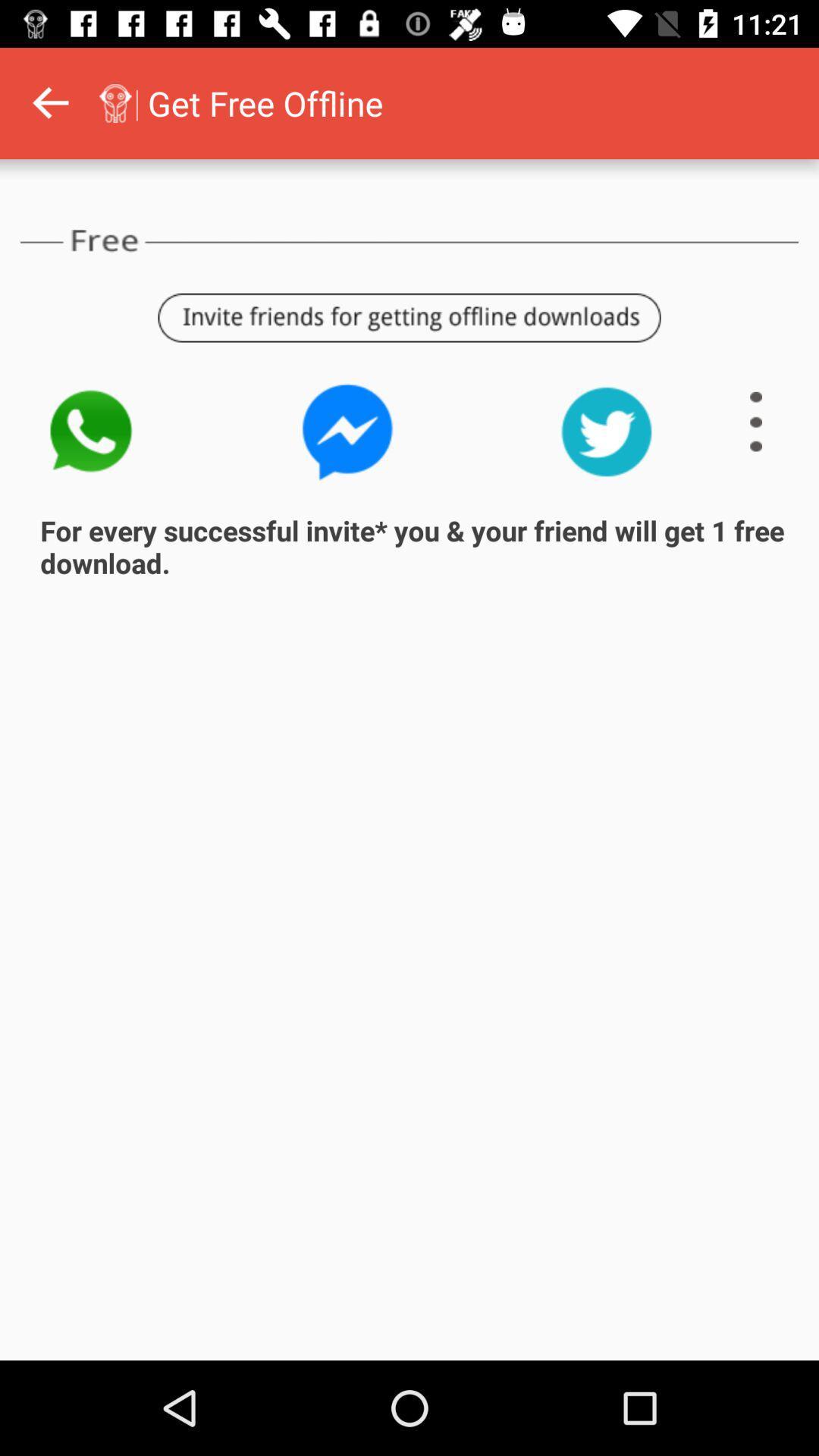 This screenshot has width=819, height=1456. What do you see at coordinates (49, 102) in the screenshot?
I see `go back` at bounding box center [49, 102].